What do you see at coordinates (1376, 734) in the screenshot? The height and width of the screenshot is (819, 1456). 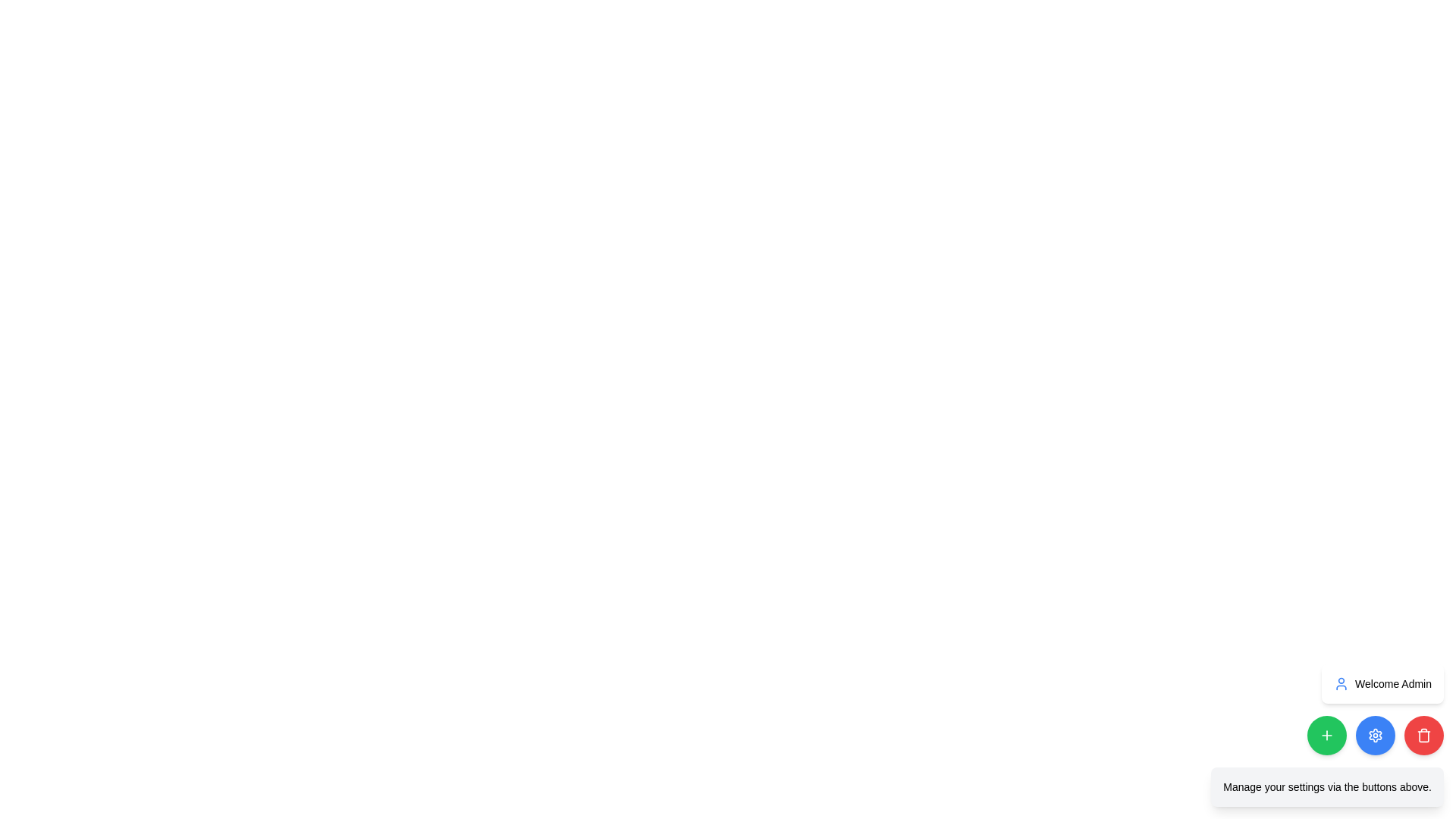 I see `the gear-shaped icon with a blue background located at the bottom-right corner of the interface` at bounding box center [1376, 734].